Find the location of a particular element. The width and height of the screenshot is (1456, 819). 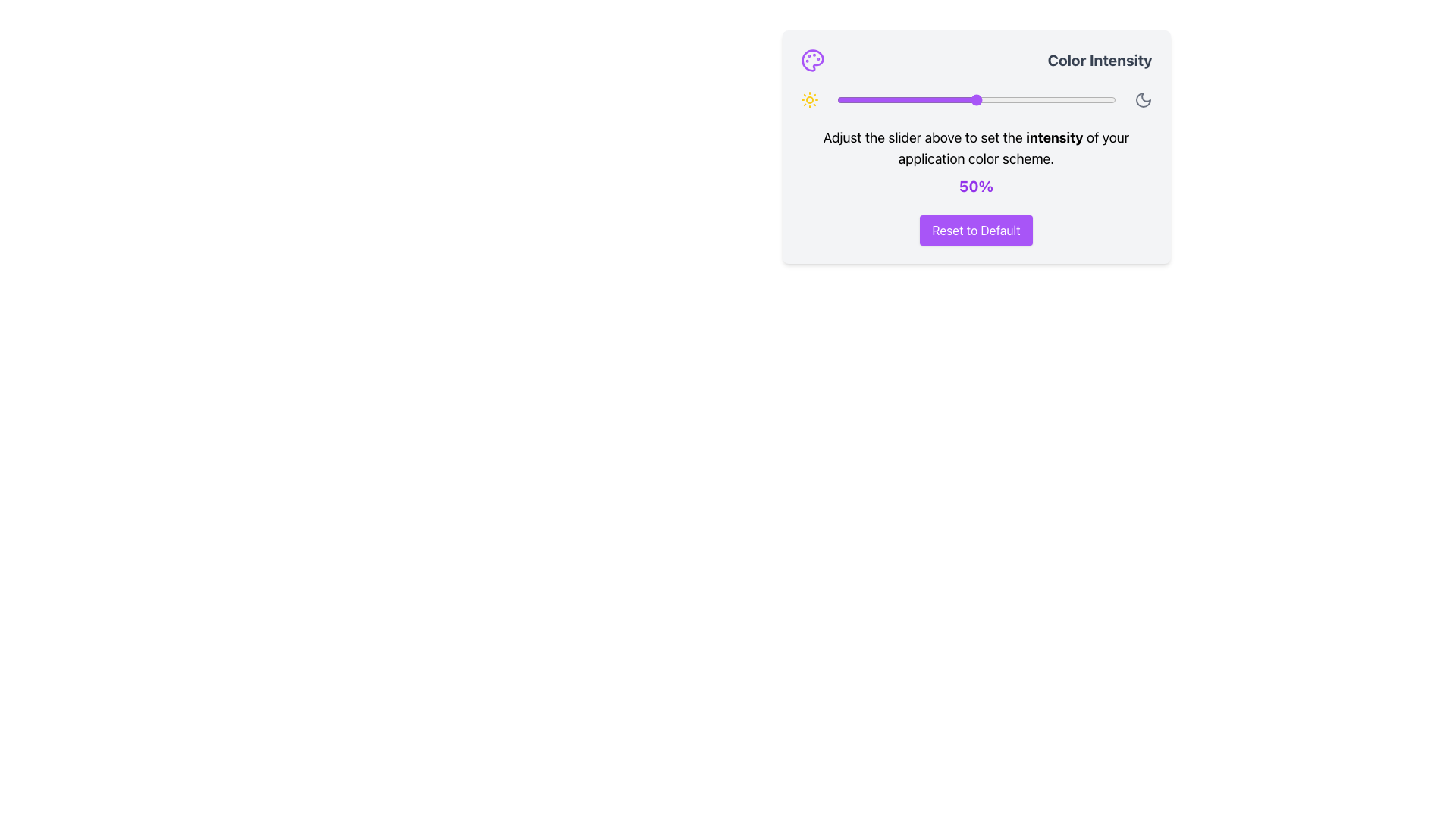

text label displaying 'Color Intensity' located in the top-right corner of the light gray panel is located at coordinates (1100, 60).